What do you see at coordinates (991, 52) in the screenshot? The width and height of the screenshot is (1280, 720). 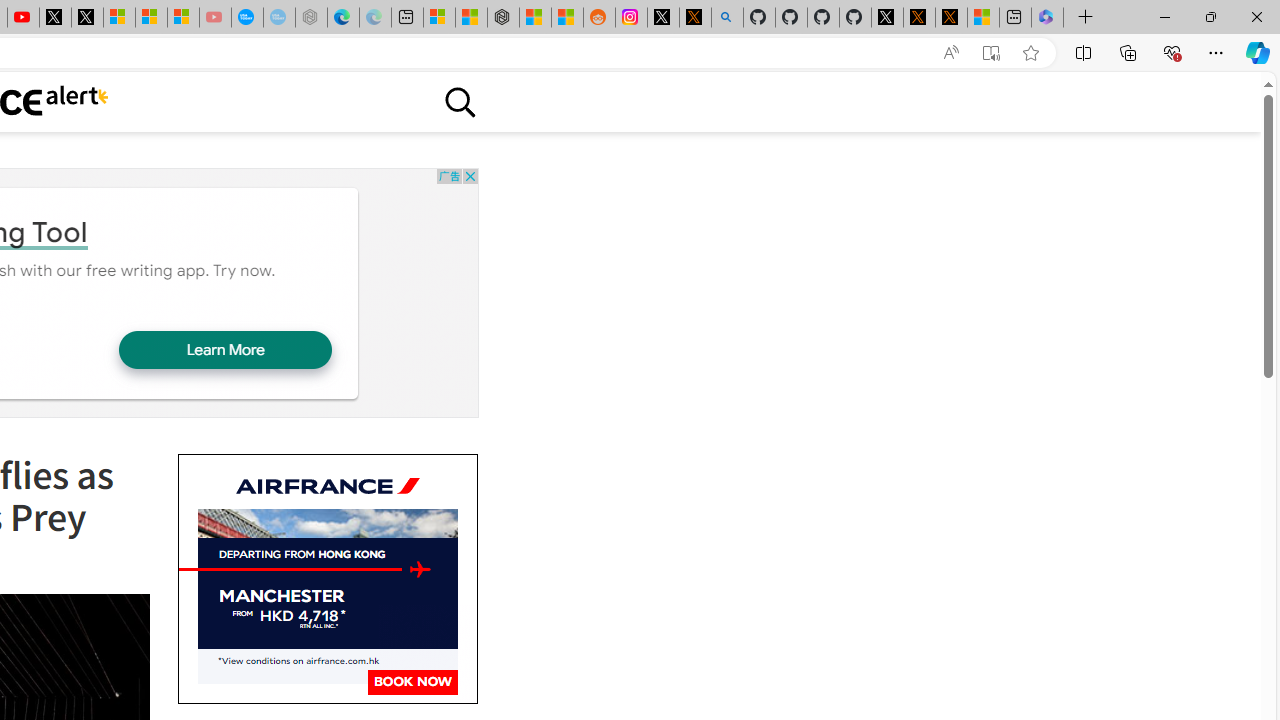 I see `'Enter Immersive Reader (F9)'` at bounding box center [991, 52].